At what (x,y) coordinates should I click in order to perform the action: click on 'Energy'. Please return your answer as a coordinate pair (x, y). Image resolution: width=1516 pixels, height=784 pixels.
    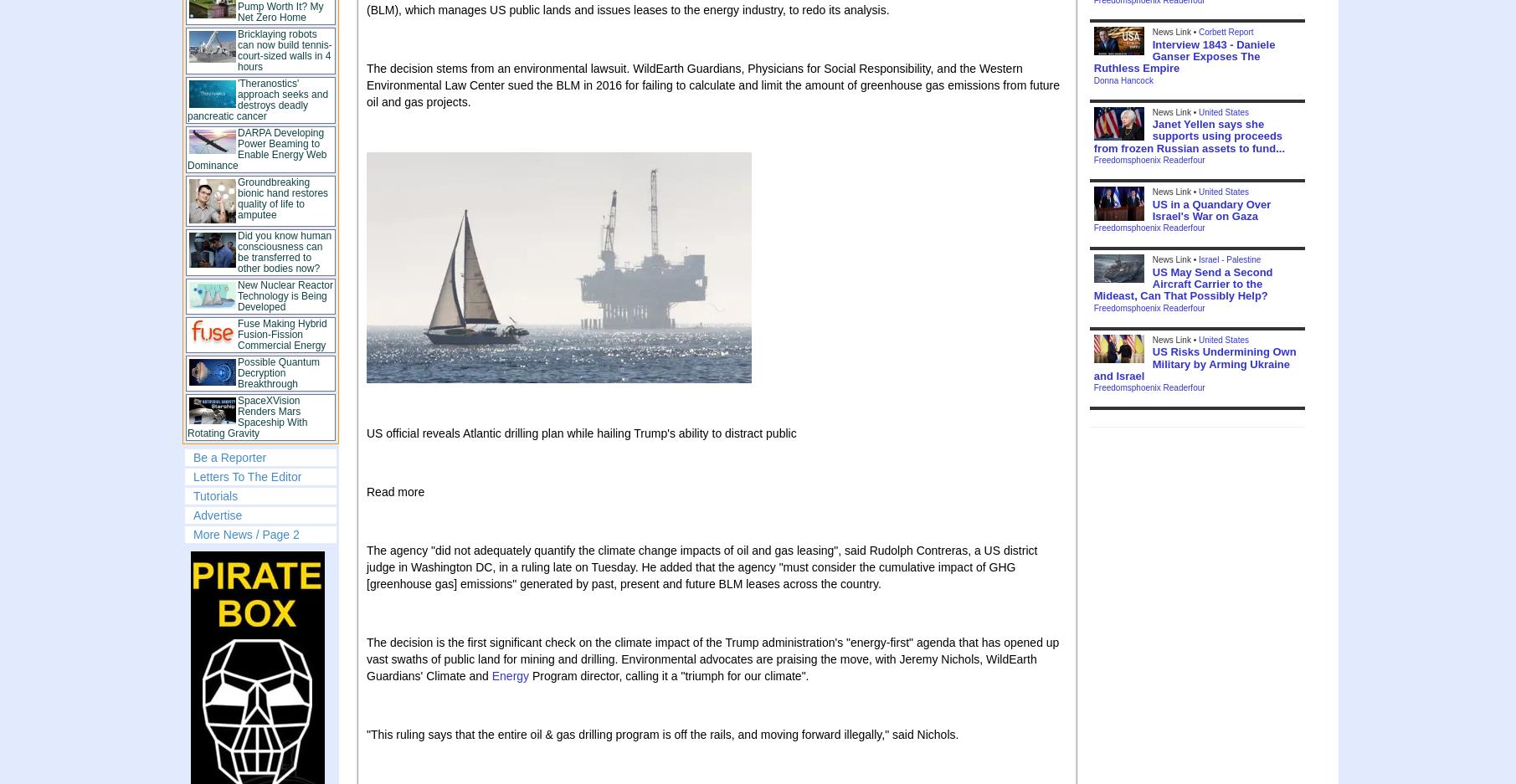
    Looking at the image, I should click on (510, 674).